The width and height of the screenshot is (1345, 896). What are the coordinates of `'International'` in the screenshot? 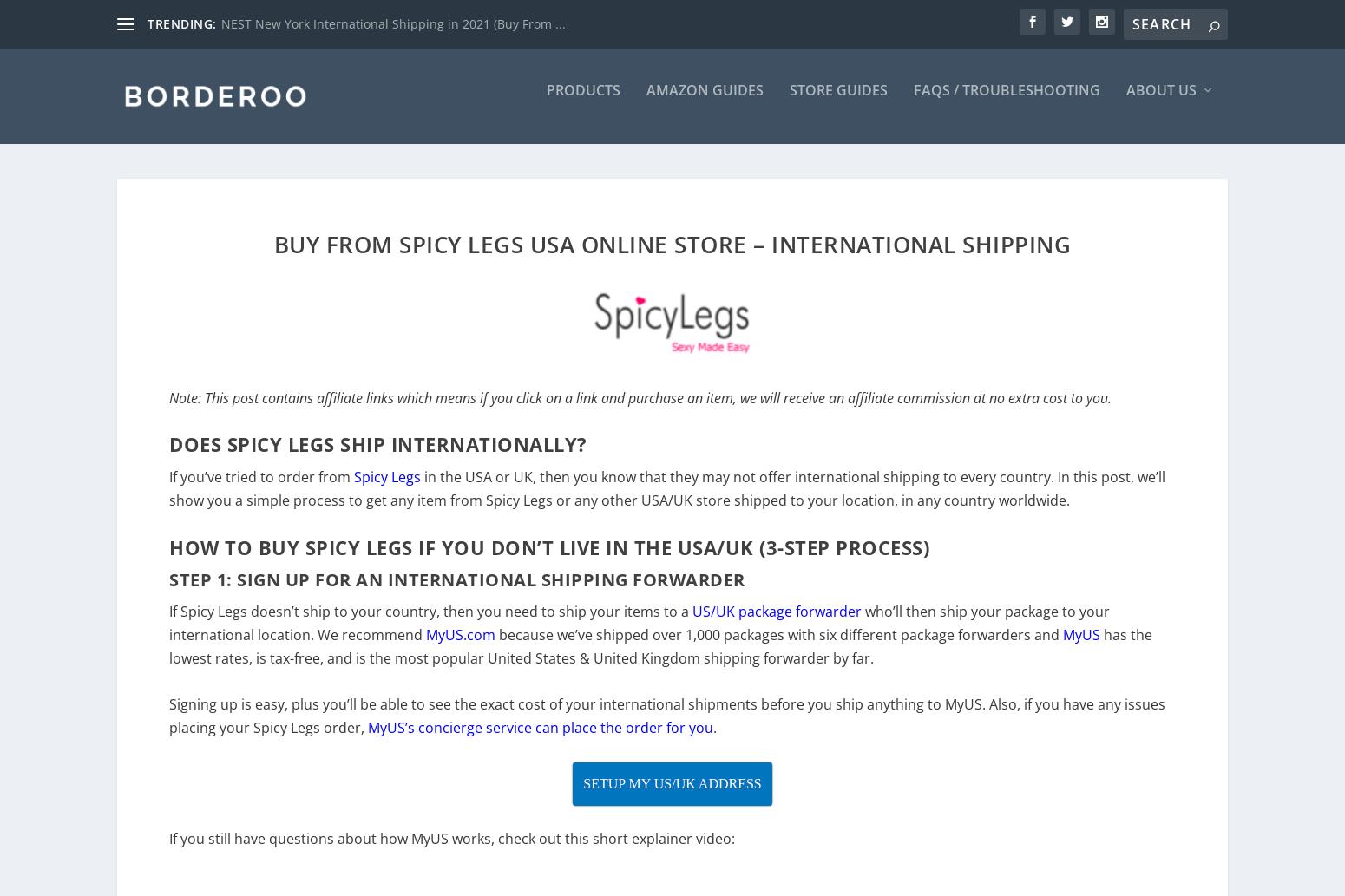 It's located at (463, 590).